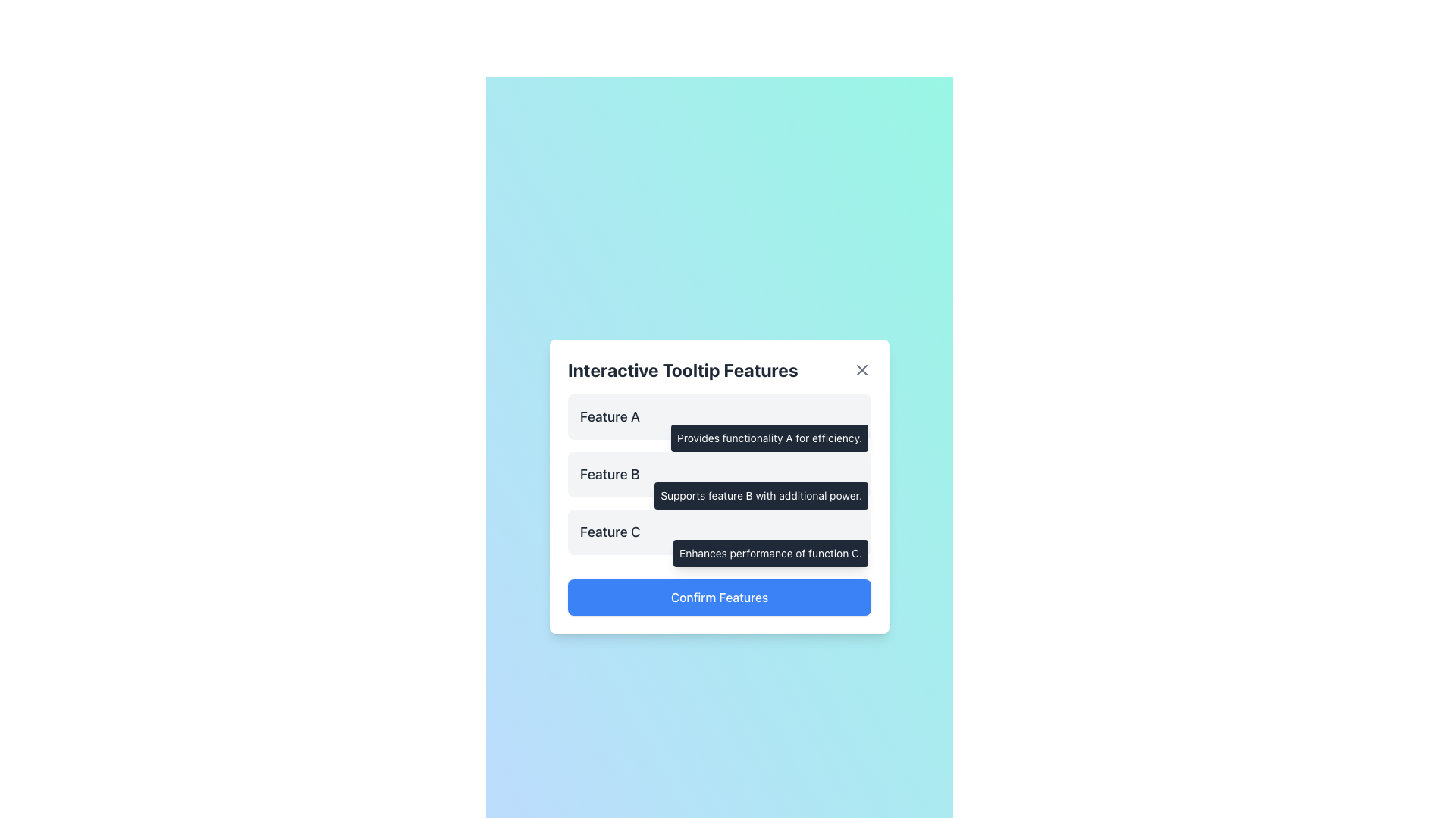 This screenshot has height=819, width=1456. What do you see at coordinates (610, 417) in the screenshot?
I see `the label that indicates the name or identifier of the associated functionality at the top of the list in the modal window` at bounding box center [610, 417].